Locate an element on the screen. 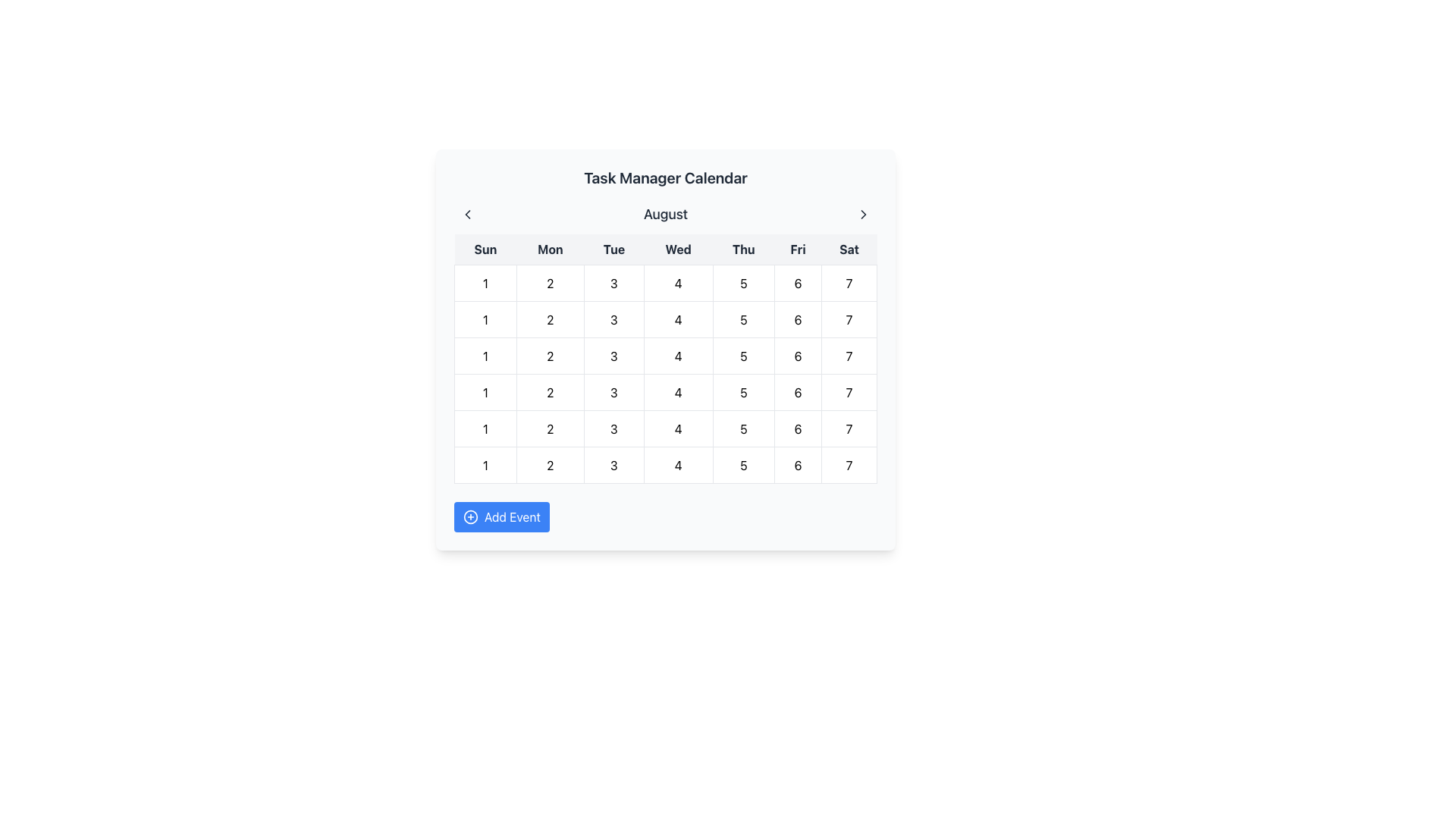 The width and height of the screenshot is (1456, 819). the calendar day cell displaying the number '3' is located at coordinates (613, 356).